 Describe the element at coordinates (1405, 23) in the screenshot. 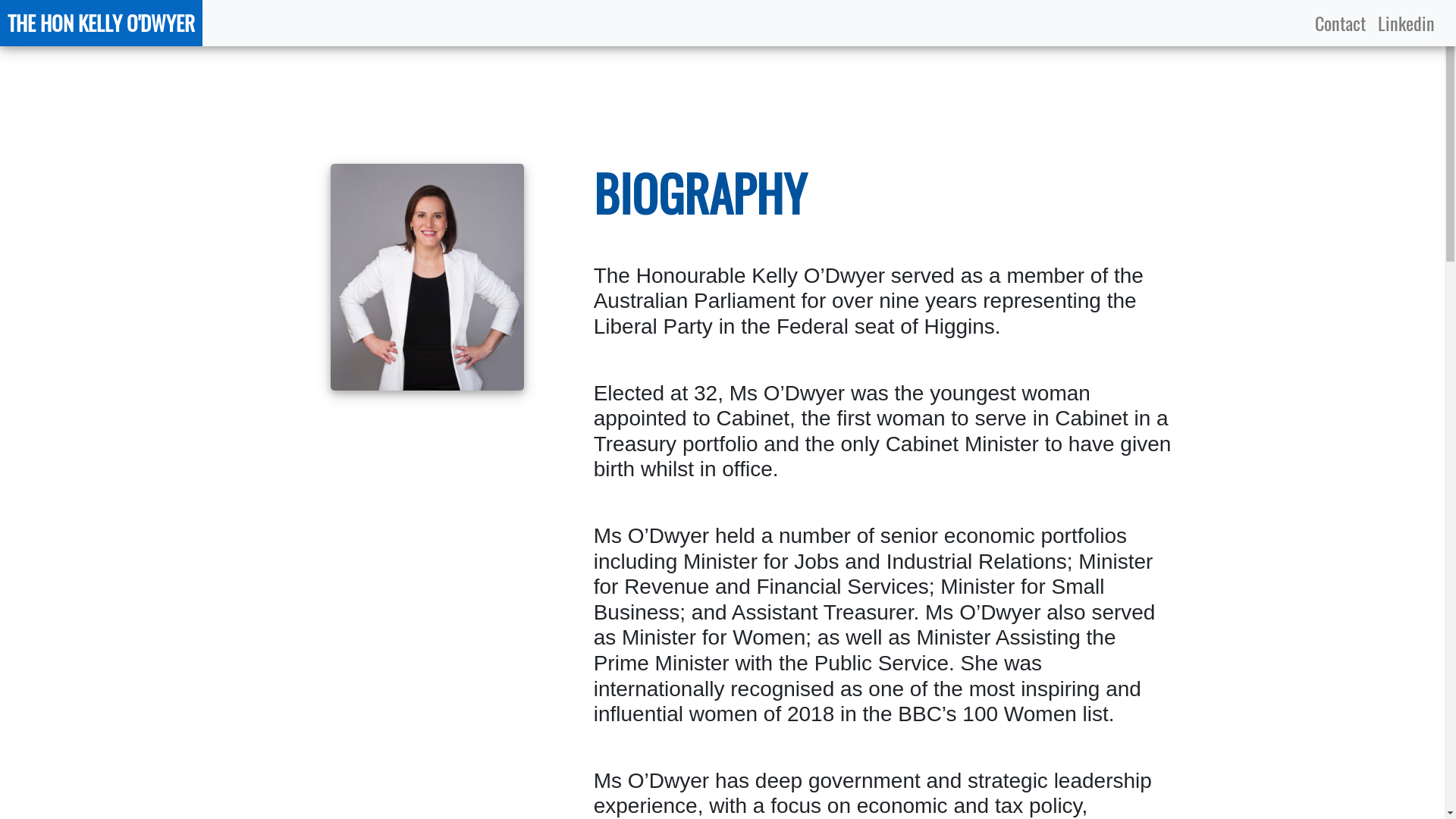

I see `'Linkedin'` at that location.